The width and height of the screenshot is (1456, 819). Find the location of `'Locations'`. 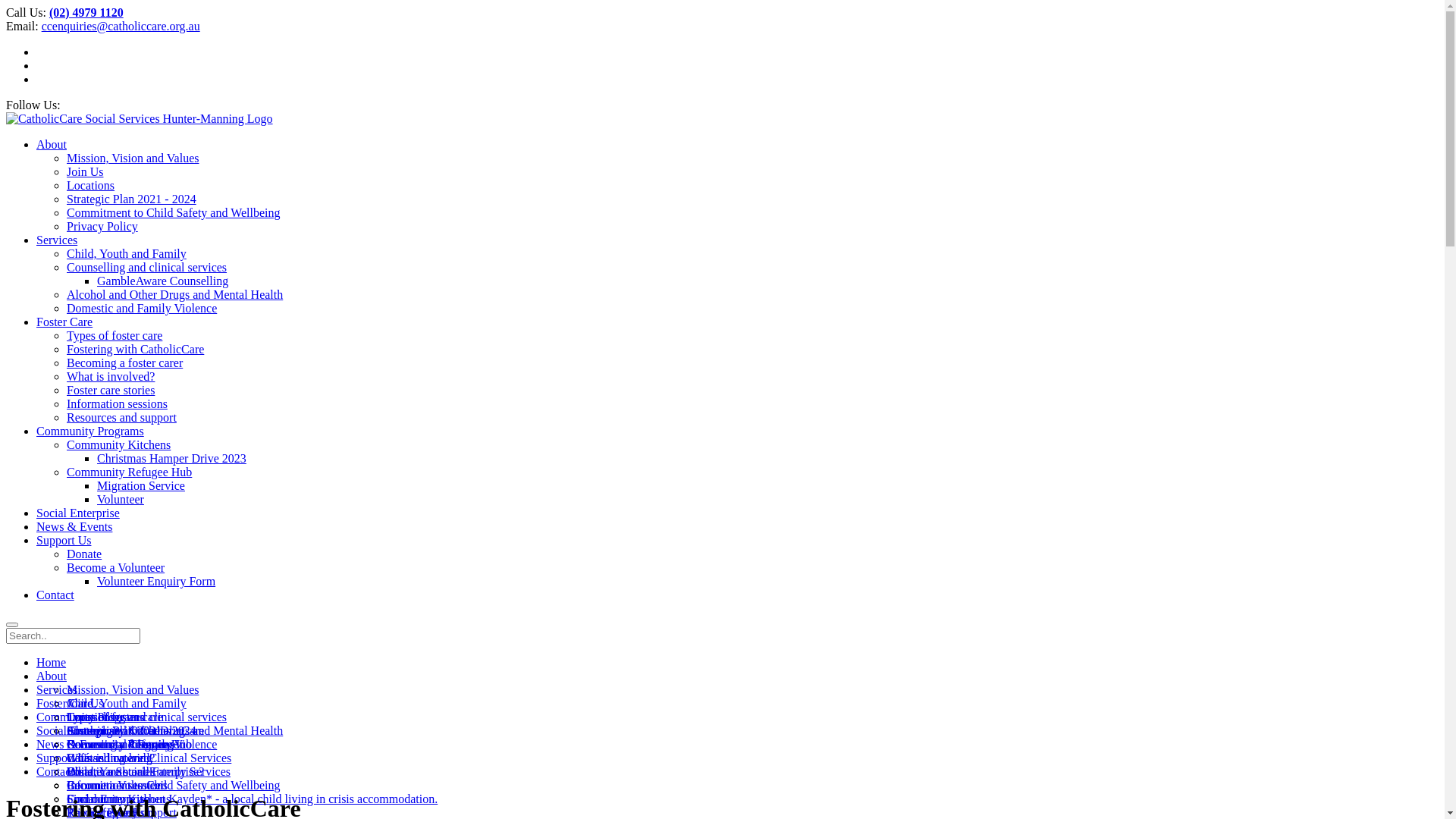

'Locations' is located at coordinates (89, 184).